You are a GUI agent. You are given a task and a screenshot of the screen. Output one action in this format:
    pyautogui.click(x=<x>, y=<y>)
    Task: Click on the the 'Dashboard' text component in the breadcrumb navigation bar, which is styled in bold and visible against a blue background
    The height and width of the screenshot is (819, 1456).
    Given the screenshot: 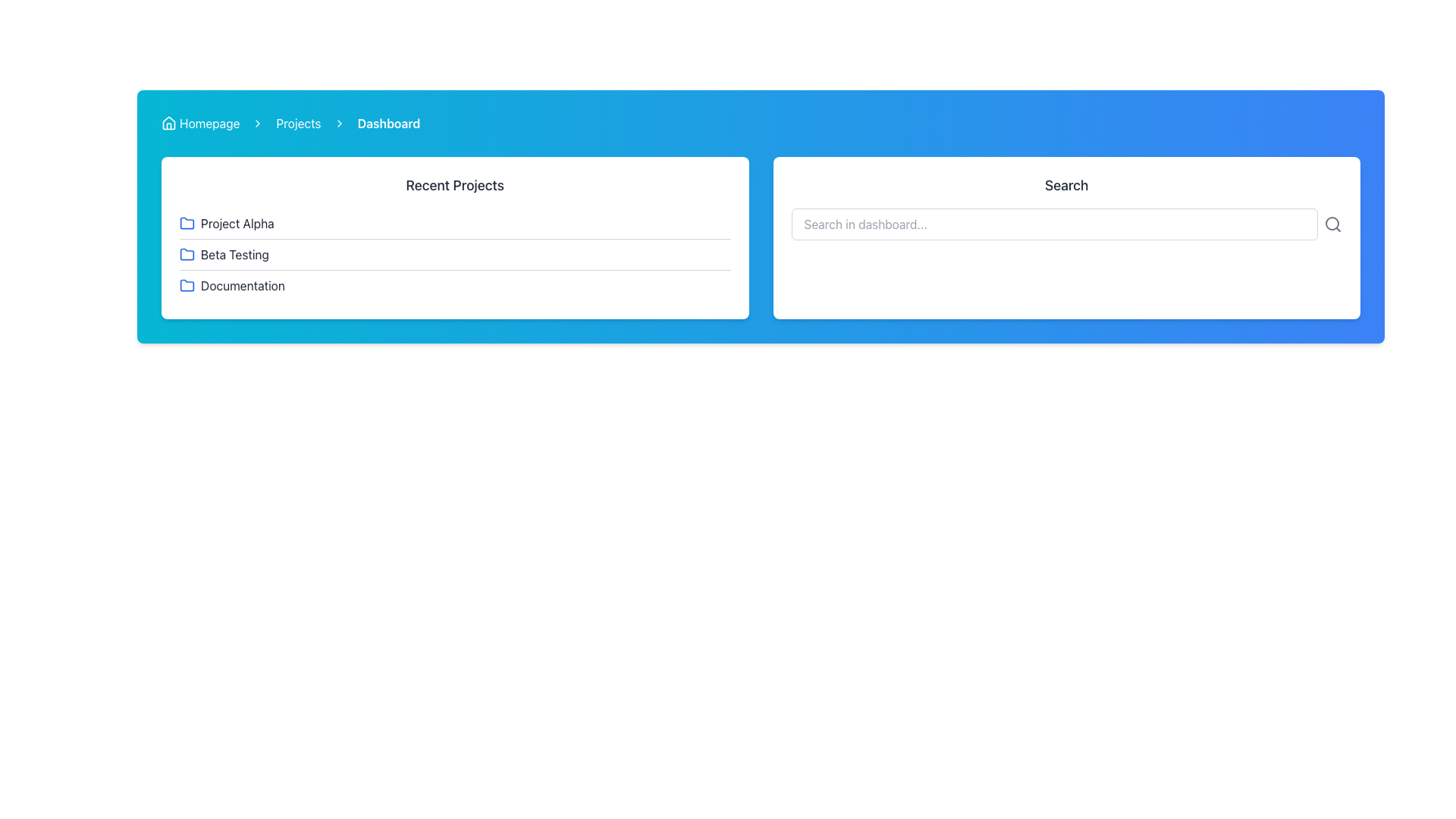 What is the action you would take?
    pyautogui.click(x=389, y=122)
    